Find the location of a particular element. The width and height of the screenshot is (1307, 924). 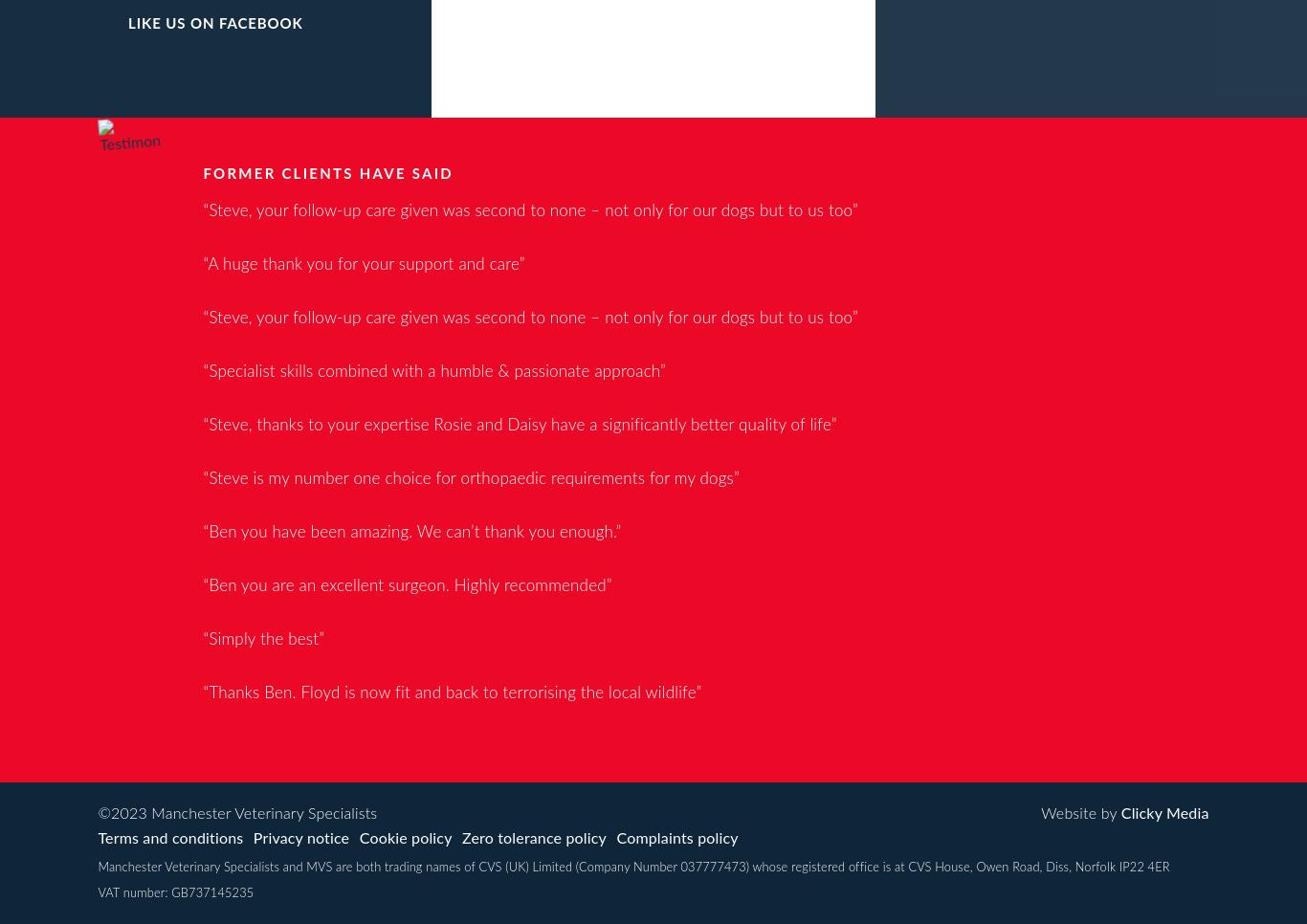

'©2023 Manchester Veterinary Specialists' is located at coordinates (237, 811).